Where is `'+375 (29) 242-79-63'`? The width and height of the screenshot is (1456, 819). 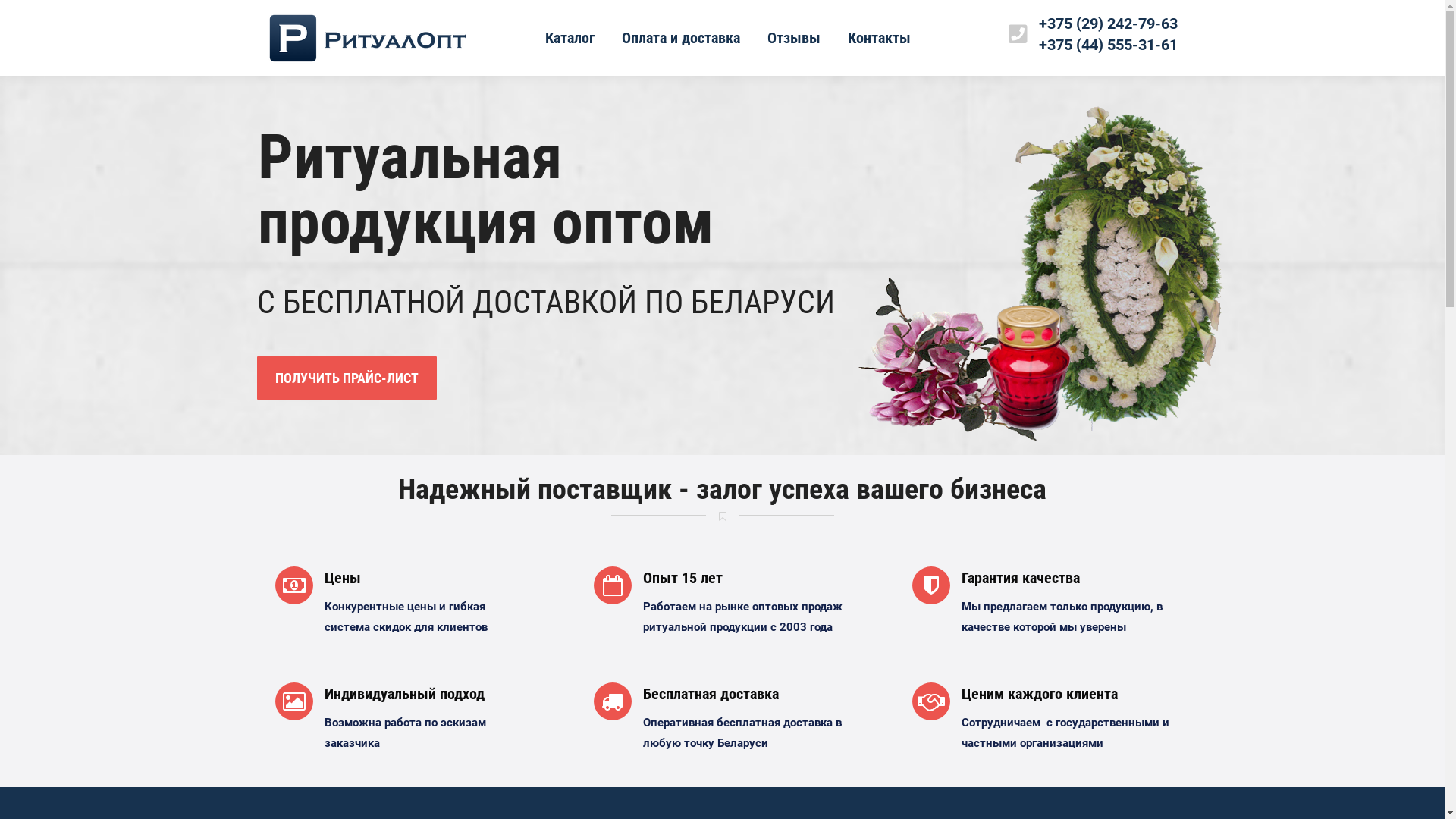 '+375 (29) 242-79-63' is located at coordinates (1108, 23).